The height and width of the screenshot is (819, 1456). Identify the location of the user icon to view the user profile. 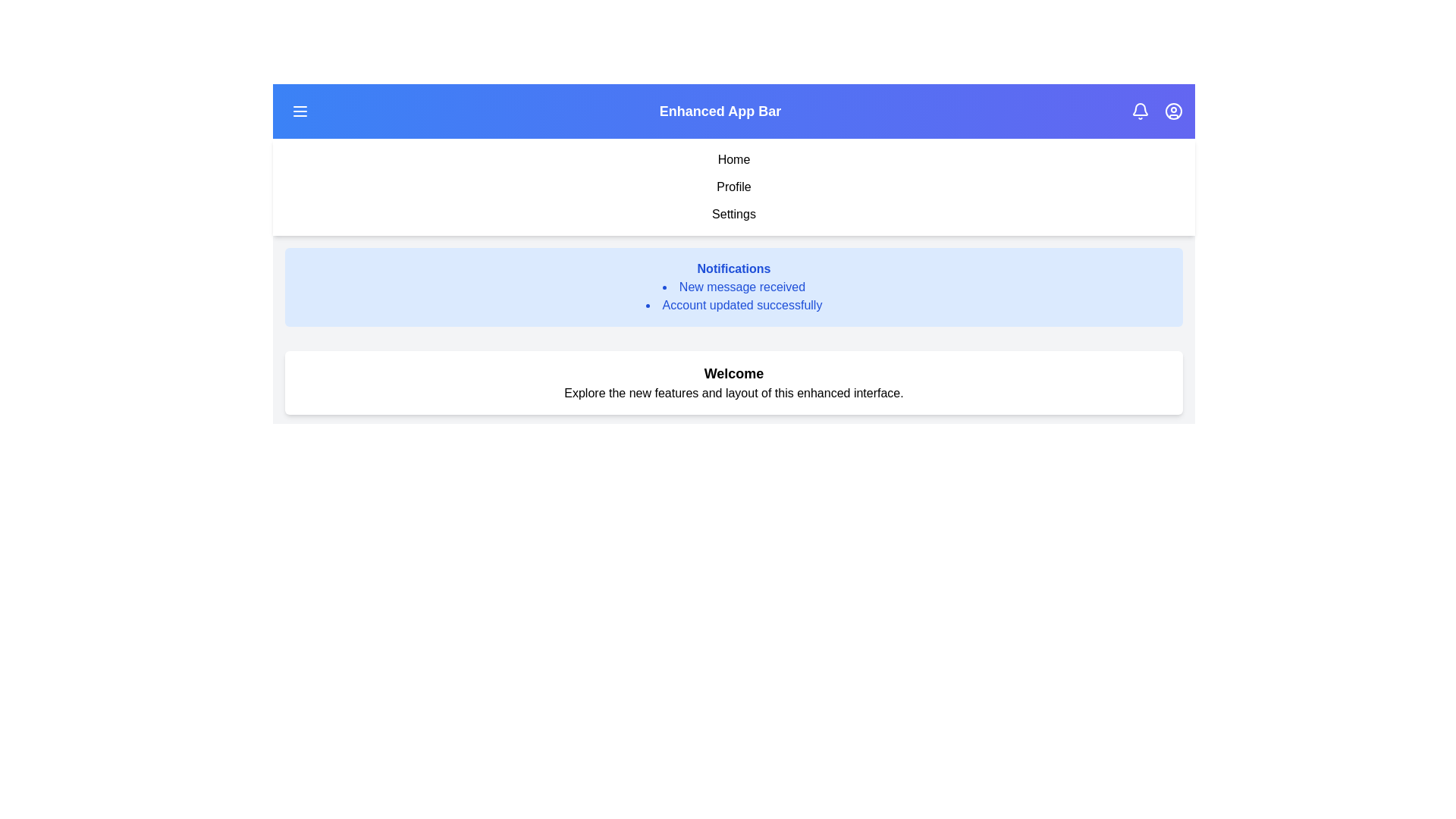
(1172, 110).